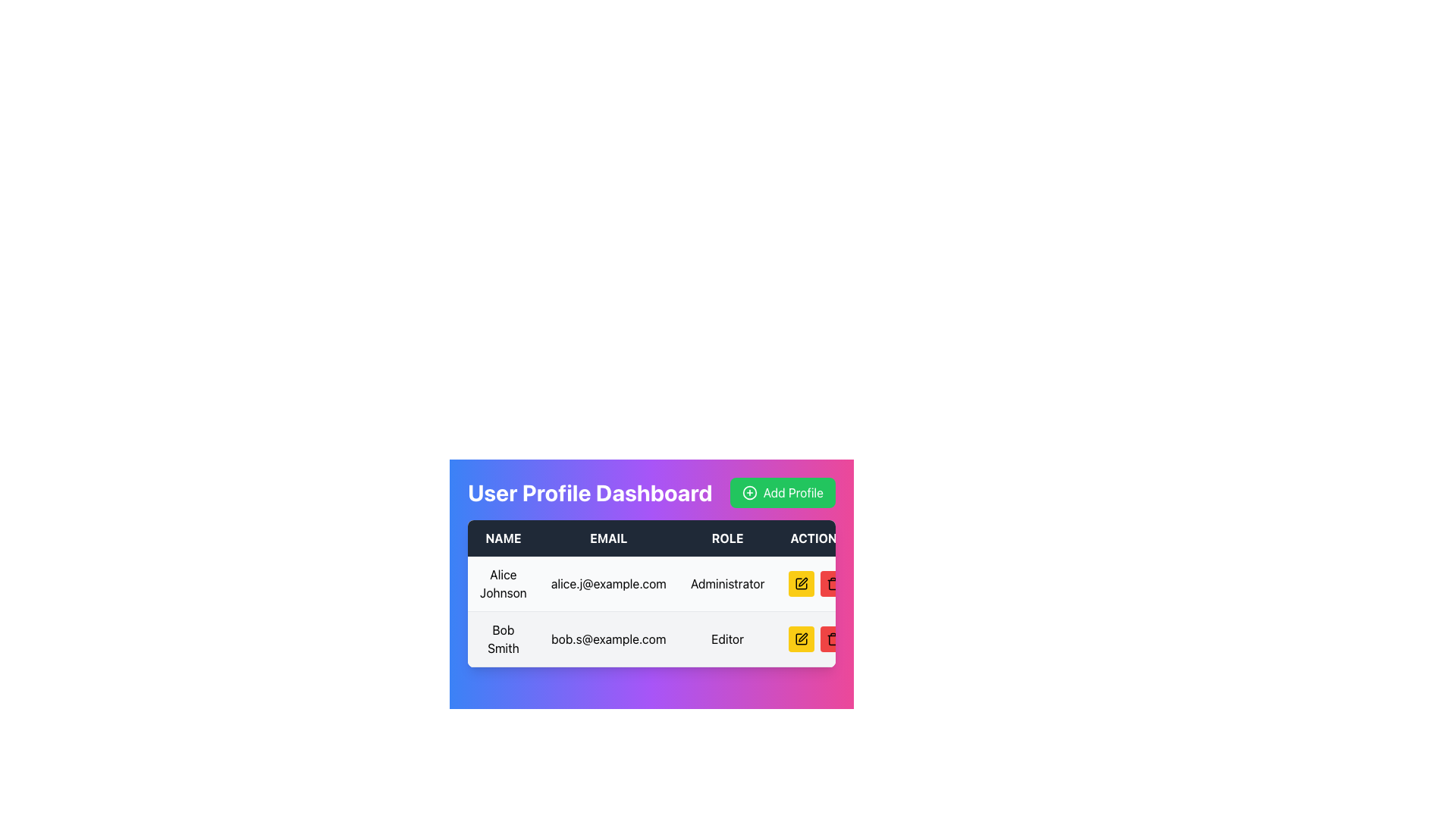 The height and width of the screenshot is (819, 1456). I want to click on the edit icon in the ACTION column of the user profile dashboard for user 'Bob Smith' to initiate editing, so click(802, 637).